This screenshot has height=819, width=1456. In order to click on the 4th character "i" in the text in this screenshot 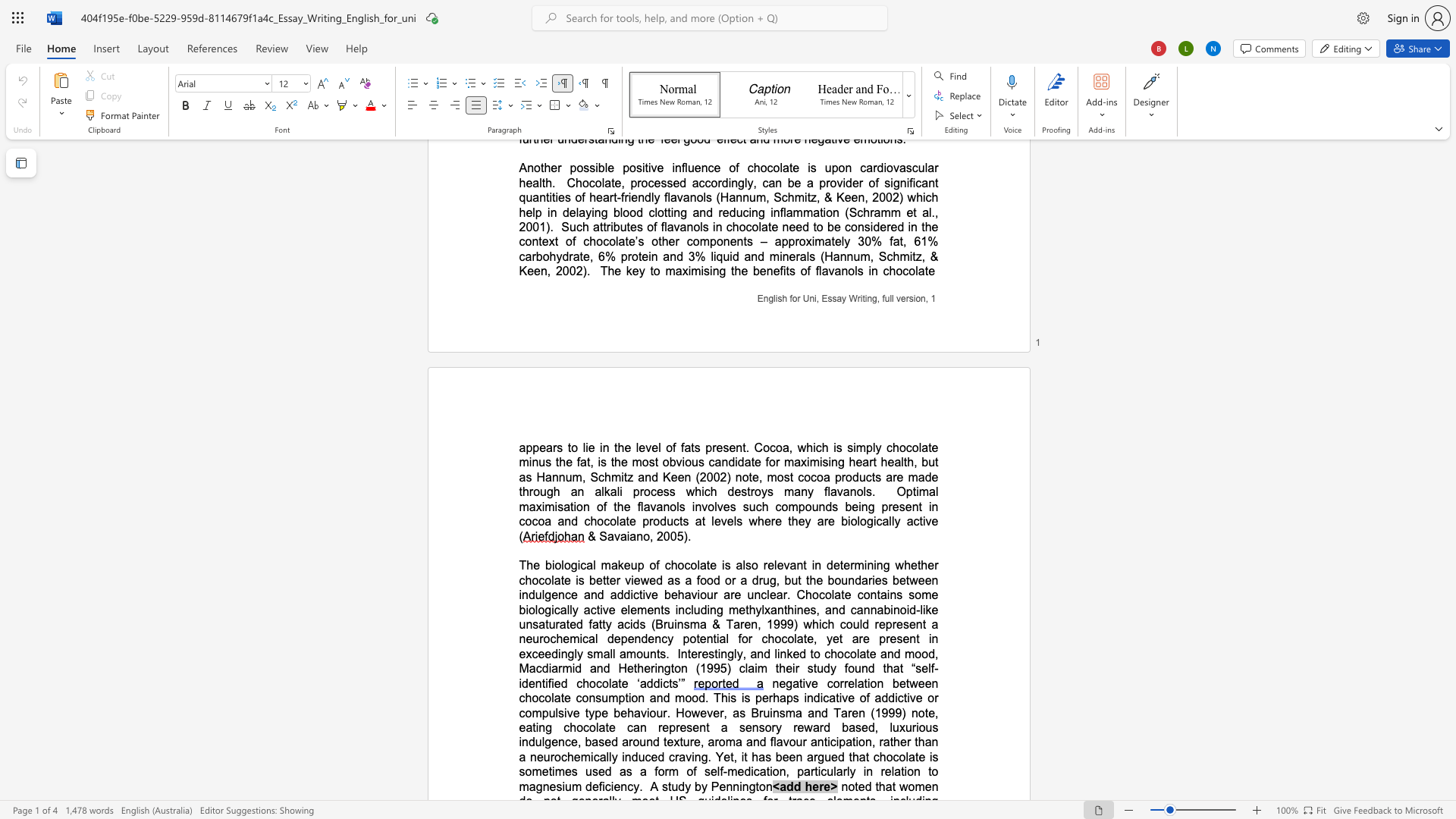, I will do `click(574, 507)`.